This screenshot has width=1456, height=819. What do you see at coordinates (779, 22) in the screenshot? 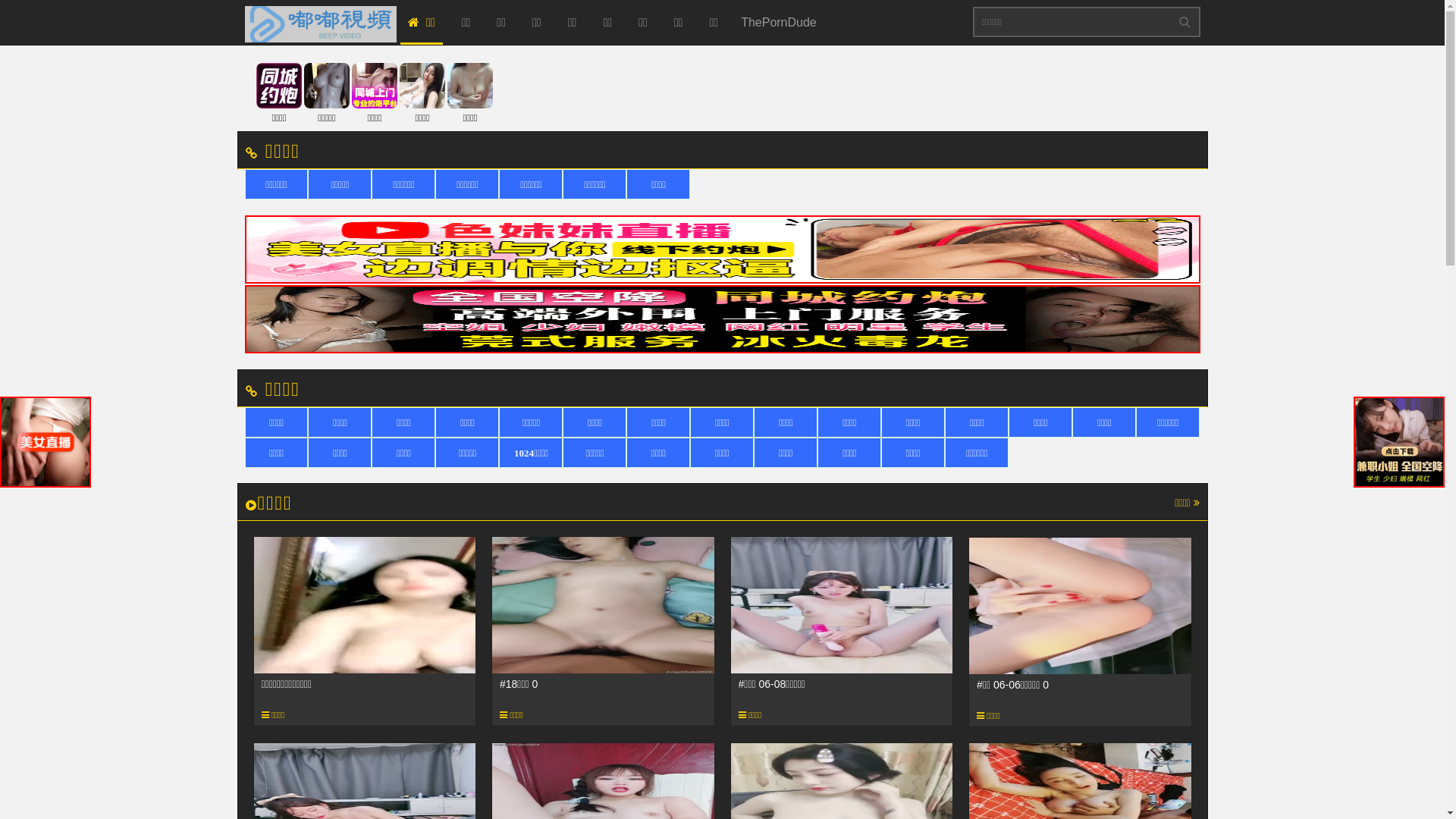
I see `'ThePornDude'` at bounding box center [779, 22].